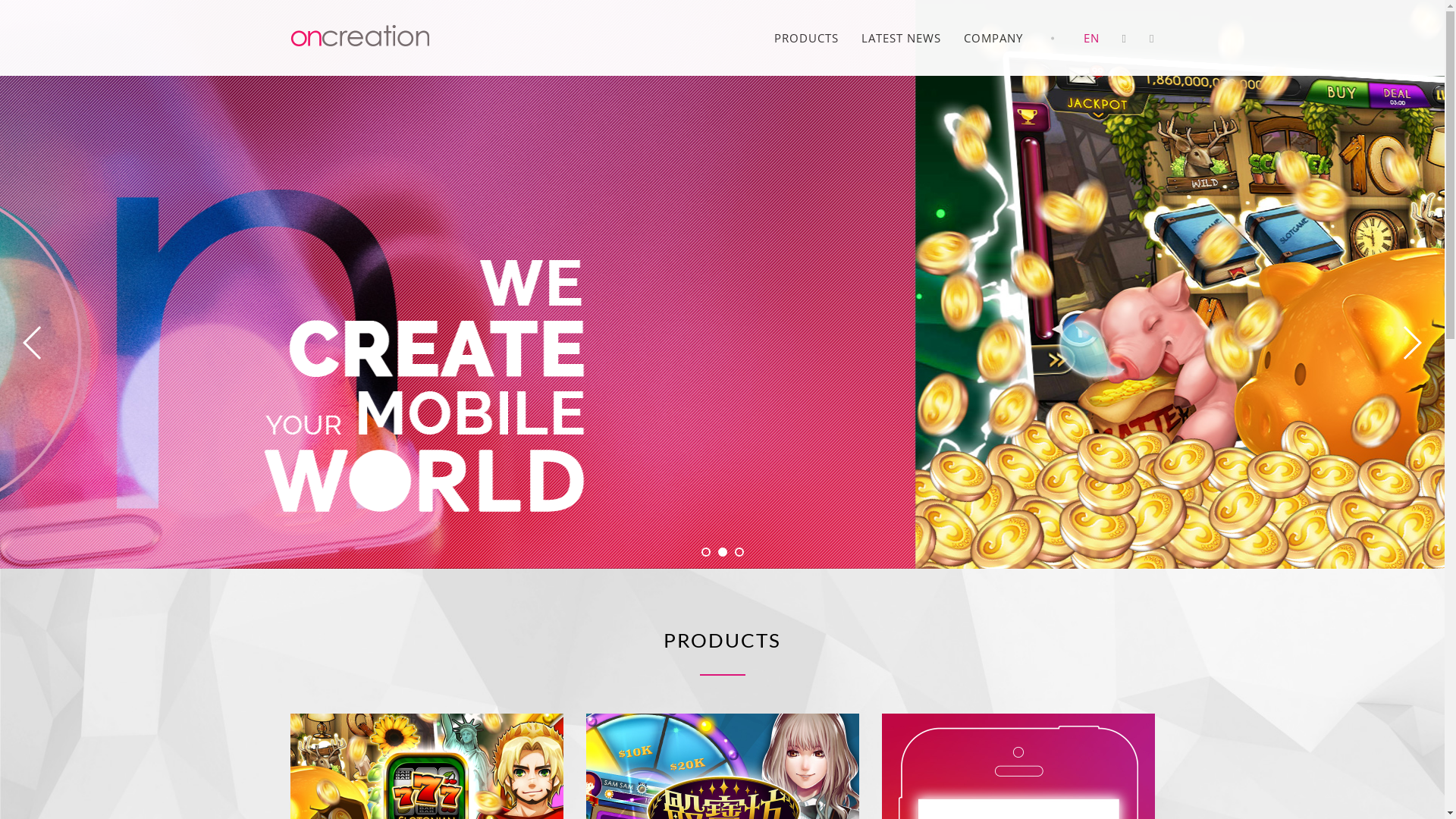 This screenshot has height=819, width=1456. Describe the element at coordinates (901, 37) in the screenshot. I see `'LATEST NEWS'` at that location.